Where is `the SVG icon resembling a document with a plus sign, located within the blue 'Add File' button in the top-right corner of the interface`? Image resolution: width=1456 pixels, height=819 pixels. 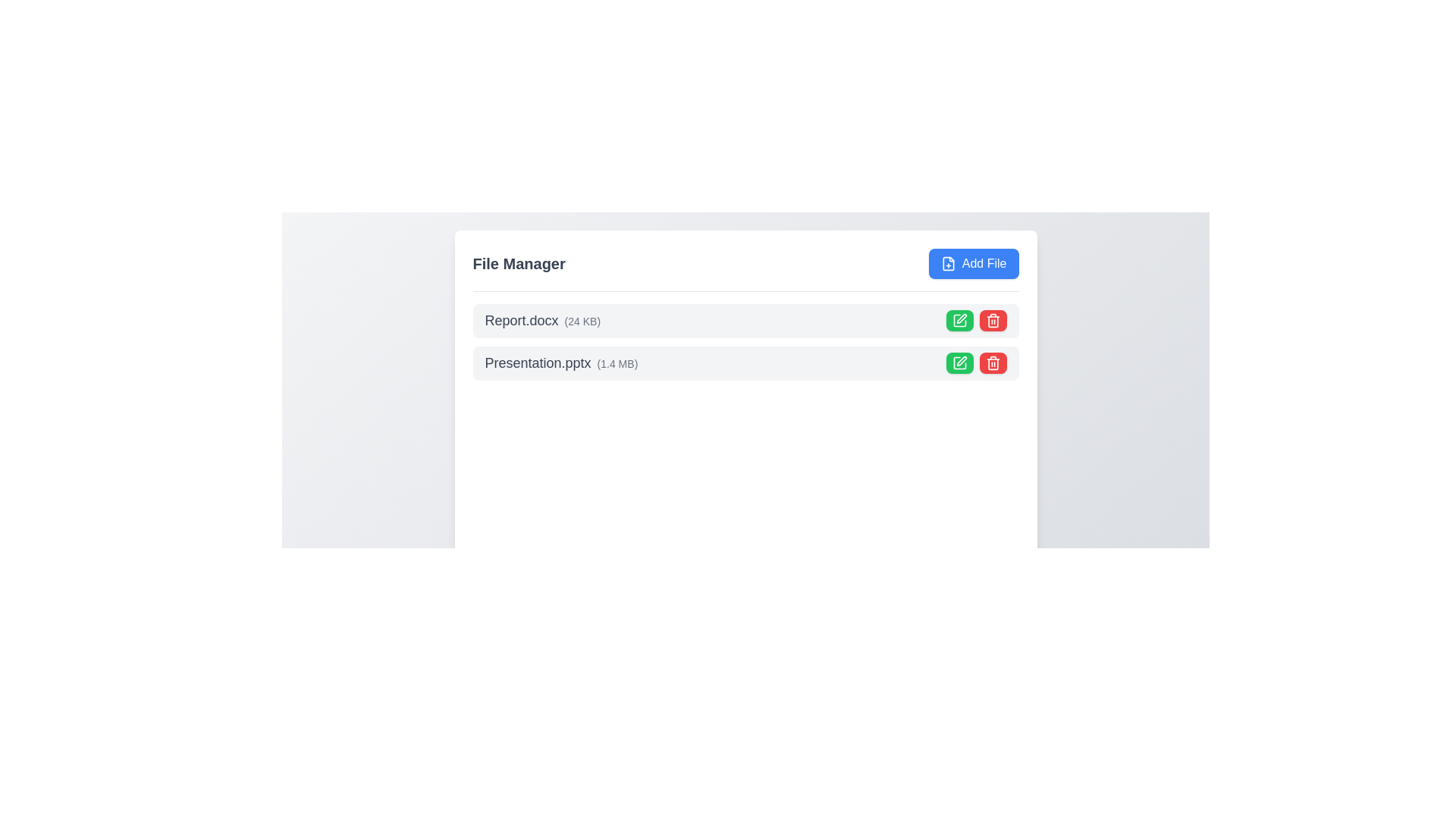 the SVG icon resembling a document with a plus sign, located within the blue 'Add File' button in the top-right corner of the interface is located at coordinates (947, 262).